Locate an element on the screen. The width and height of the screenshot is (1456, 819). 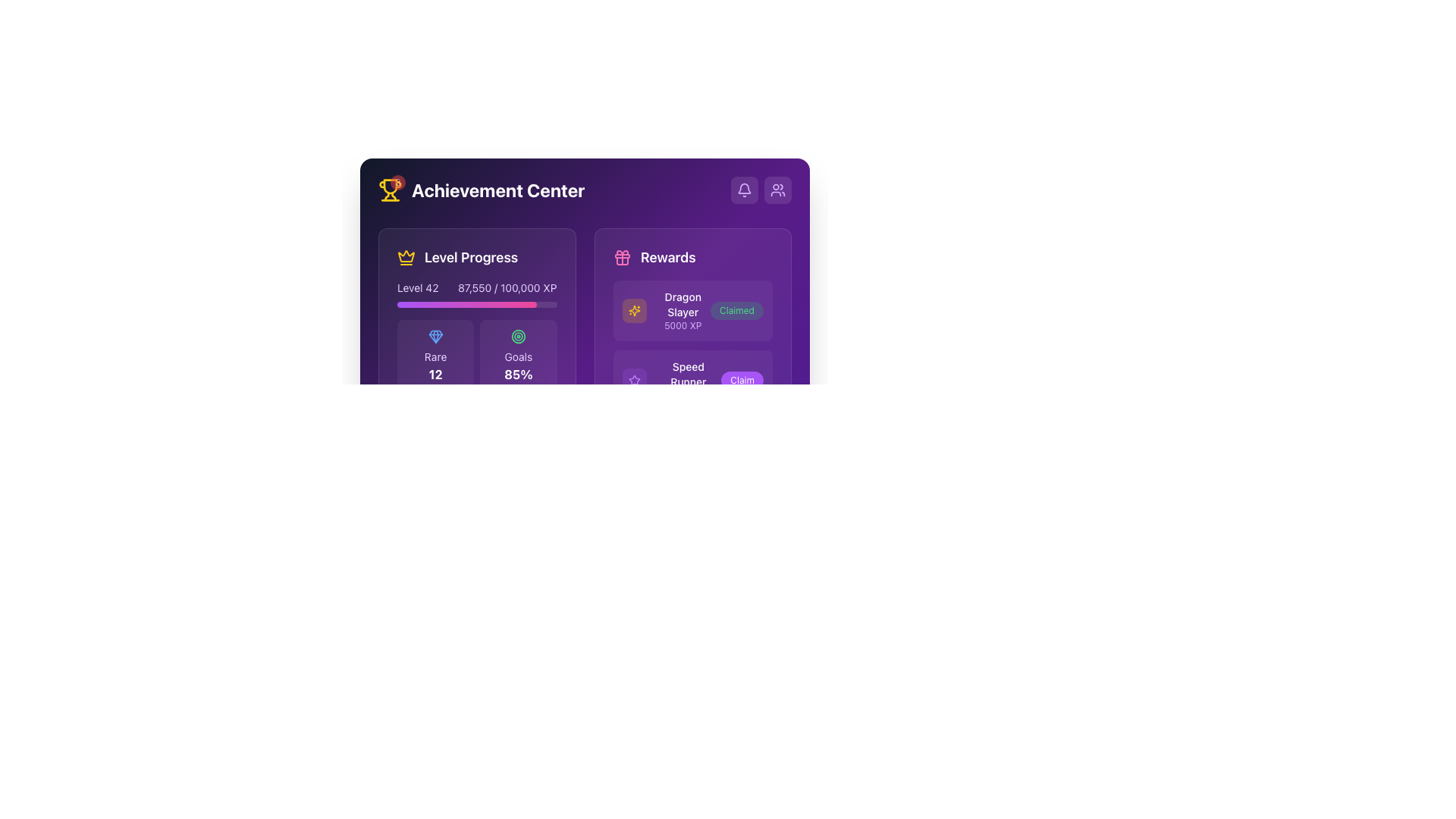
text content of the Informational component displaying the earned reward 'Dragon Slayer' with 5000 XP, located under the 'Rewards' heading on the right side of the interface is located at coordinates (666, 309).